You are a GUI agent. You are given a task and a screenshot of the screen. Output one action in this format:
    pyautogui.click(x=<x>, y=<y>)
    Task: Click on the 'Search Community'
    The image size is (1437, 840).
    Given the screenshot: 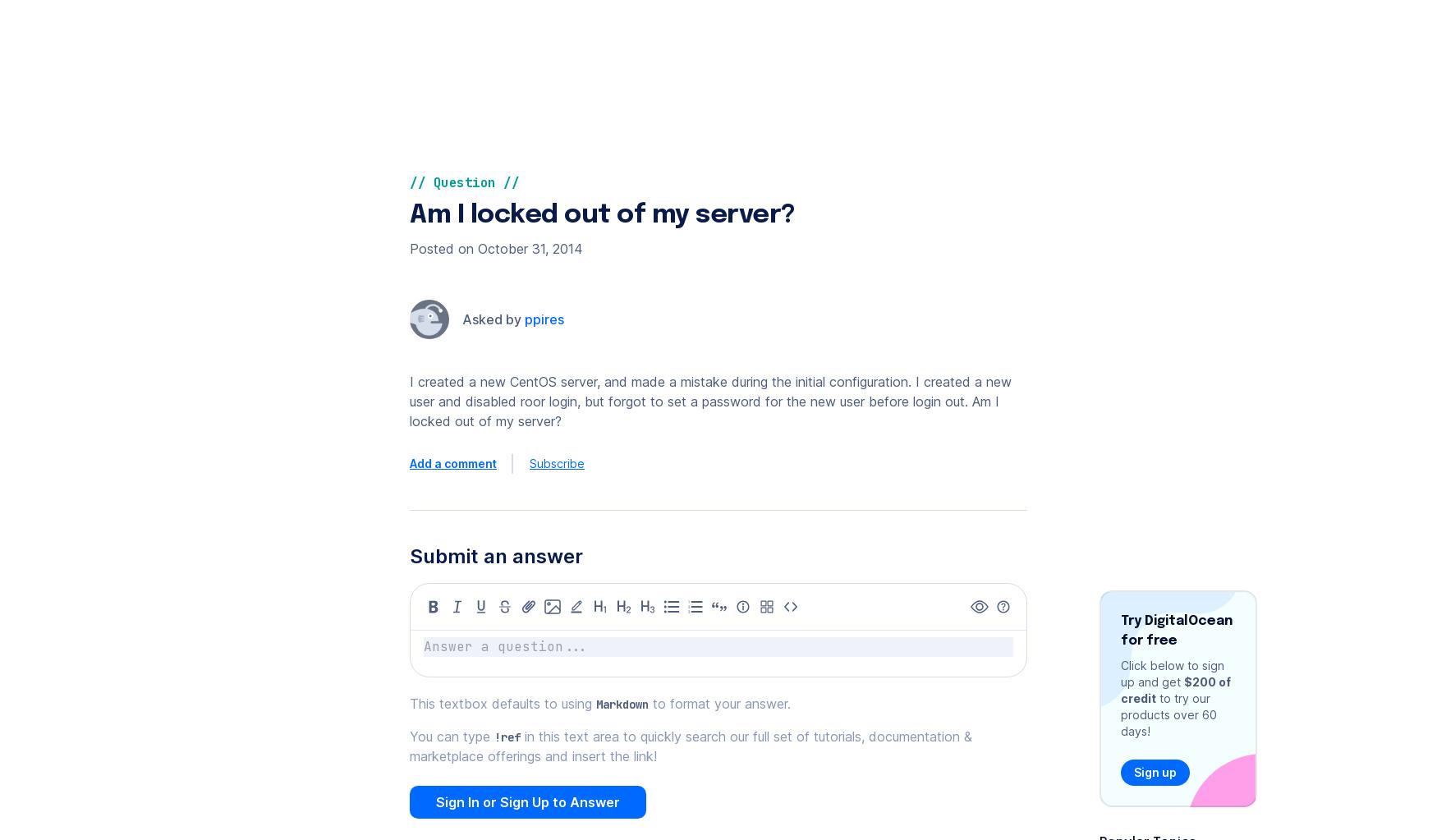 What is the action you would take?
    pyautogui.click(x=1156, y=114)
    